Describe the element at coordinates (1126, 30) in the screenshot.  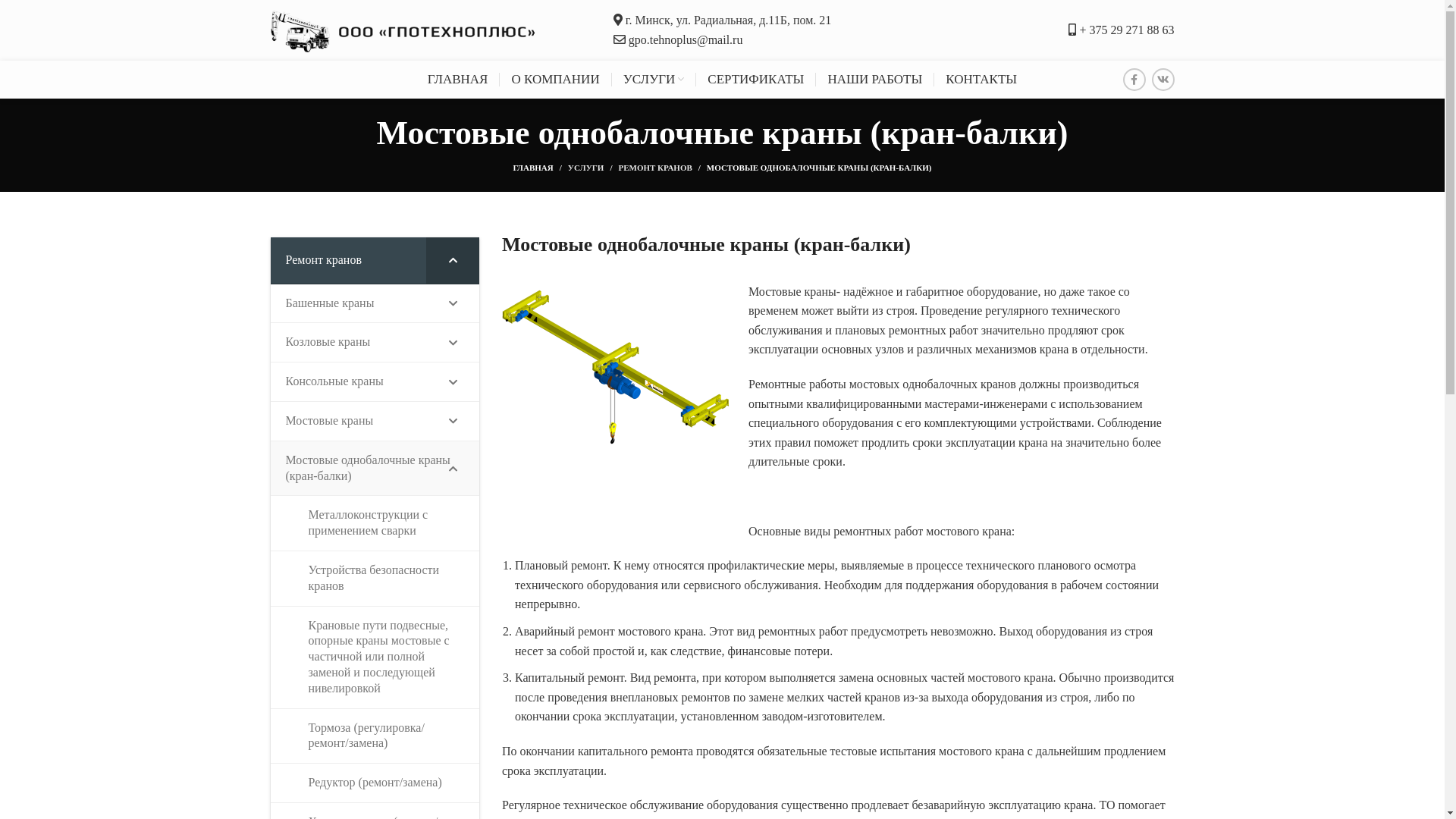
I see `'+ 375 29 271 88 63'` at that location.